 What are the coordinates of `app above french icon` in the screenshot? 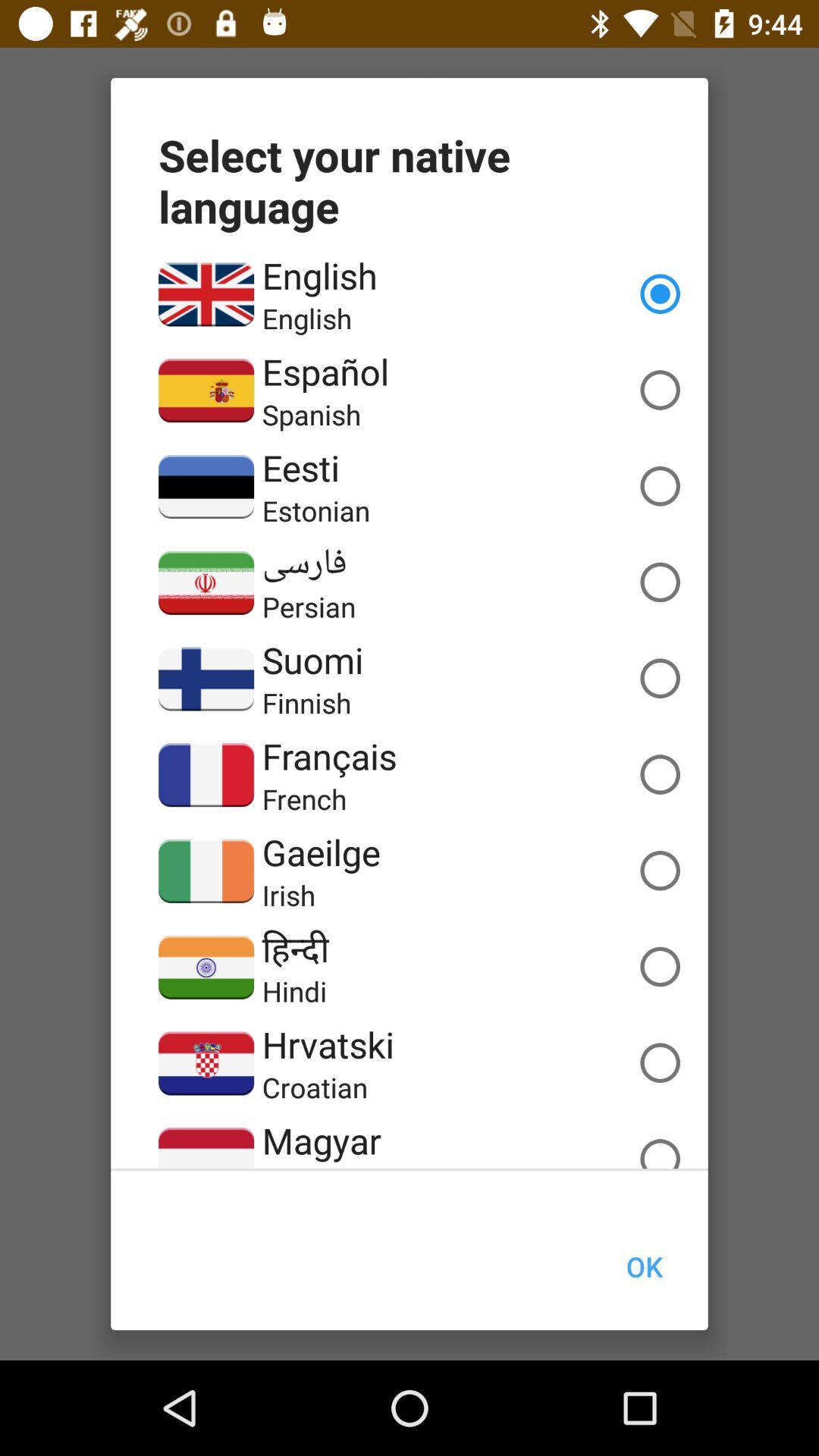 It's located at (328, 756).